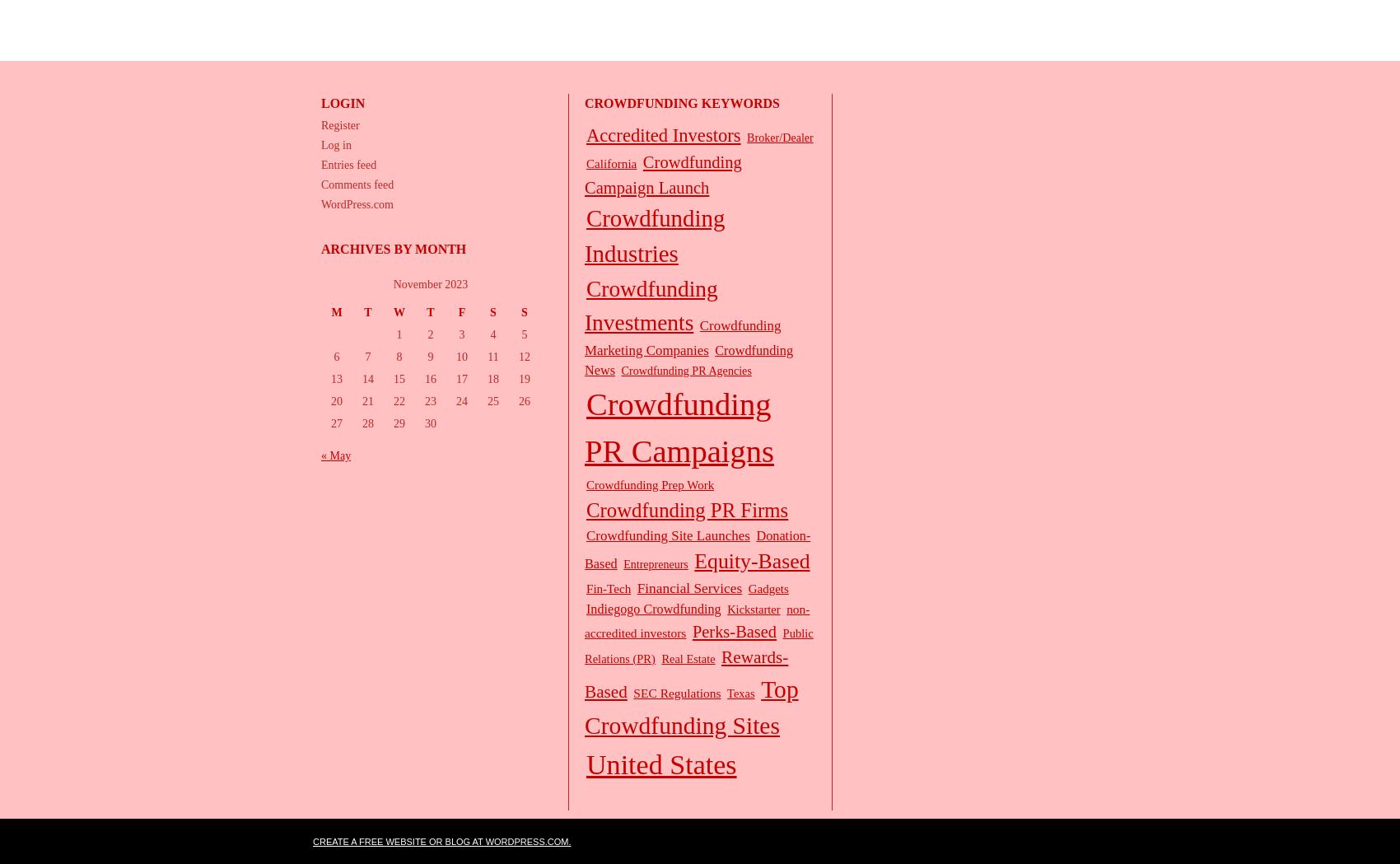 The height and width of the screenshot is (864, 1400). I want to click on '18', so click(492, 379).